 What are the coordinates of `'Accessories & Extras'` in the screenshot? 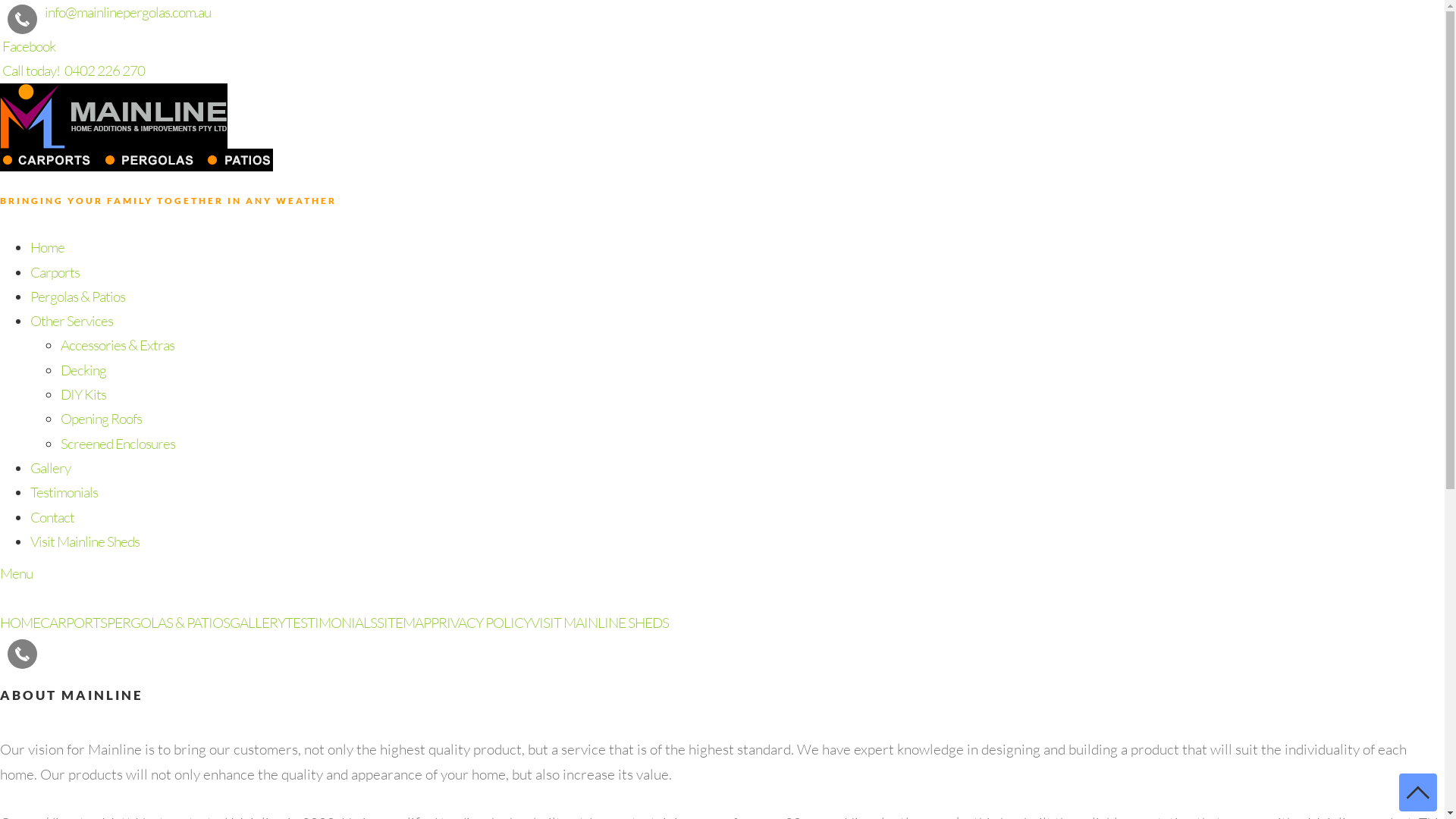 It's located at (116, 345).